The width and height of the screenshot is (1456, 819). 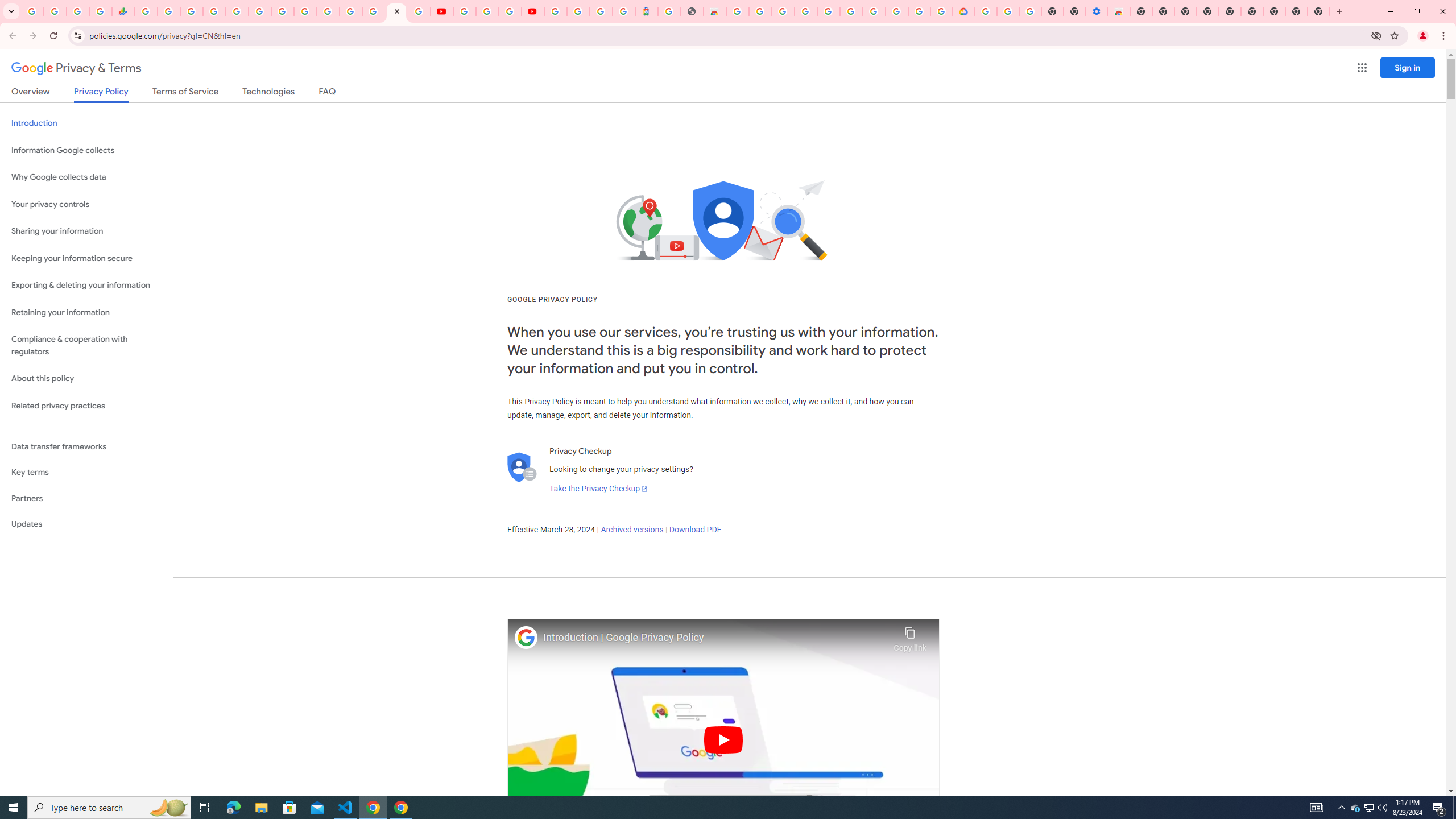 What do you see at coordinates (185, 93) in the screenshot?
I see `'Terms of Service'` at bounding box center [185, 93].